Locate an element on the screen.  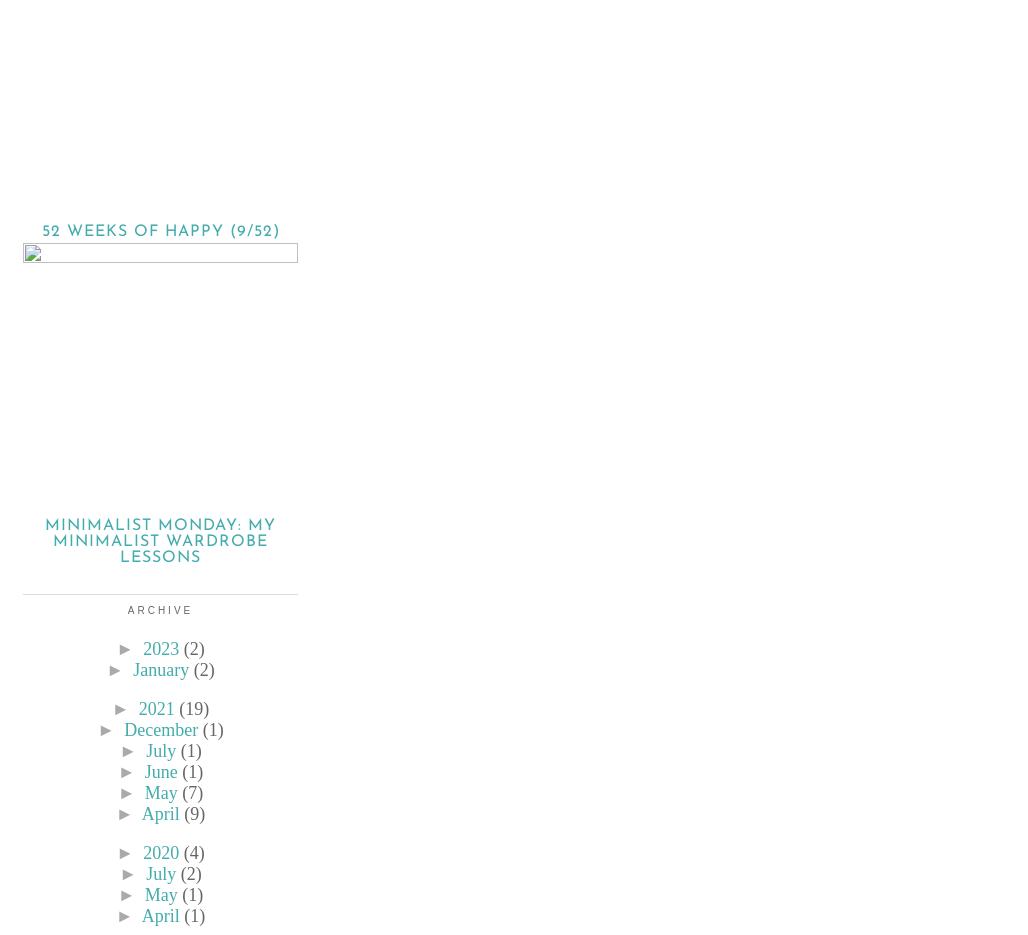
'Minimalist Monday: My Minimalist Wardrobe Lessons' is located at coordinates (160, 541).